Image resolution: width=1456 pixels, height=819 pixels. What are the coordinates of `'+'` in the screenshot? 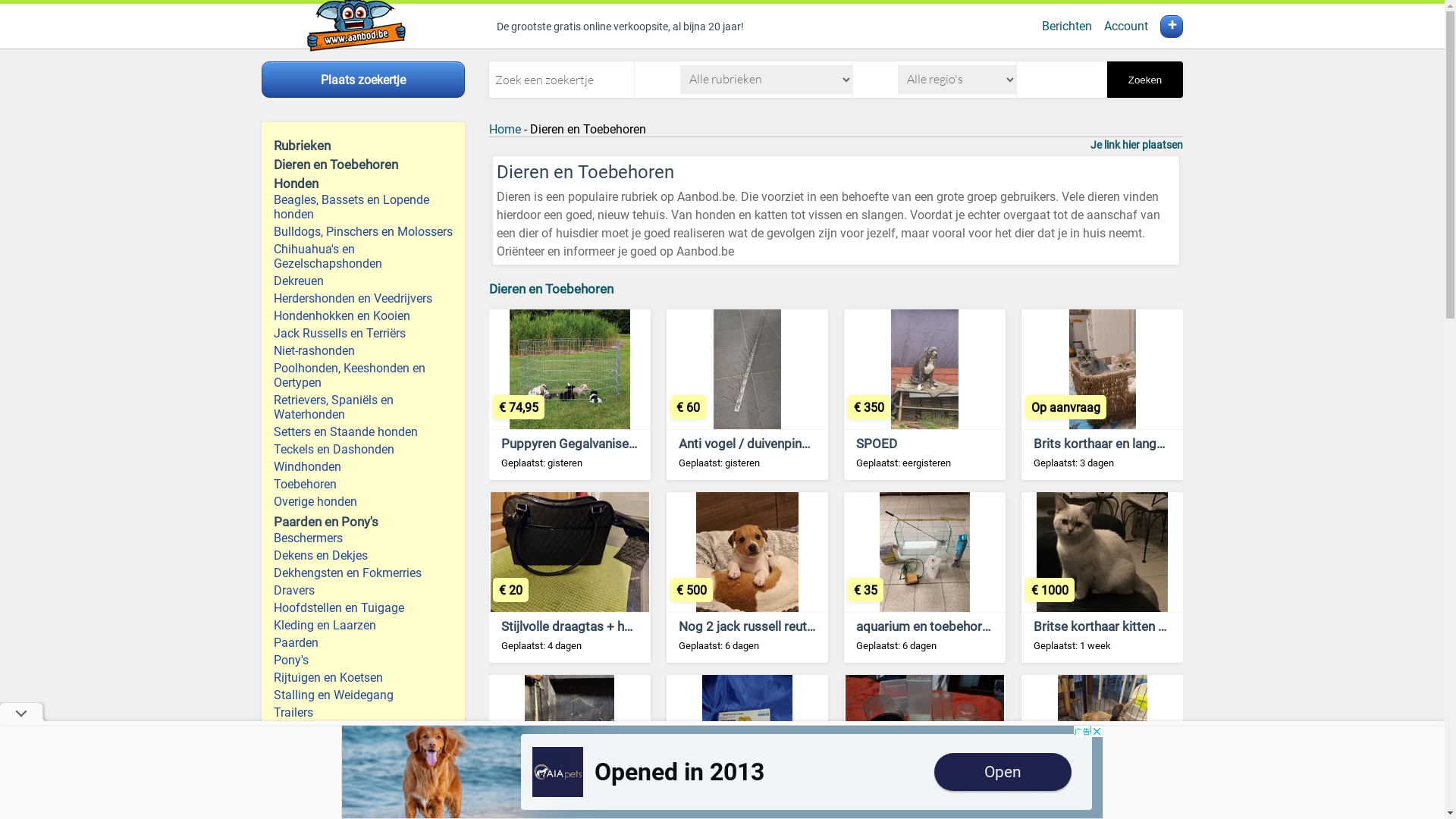 It's located at (1159, 26).